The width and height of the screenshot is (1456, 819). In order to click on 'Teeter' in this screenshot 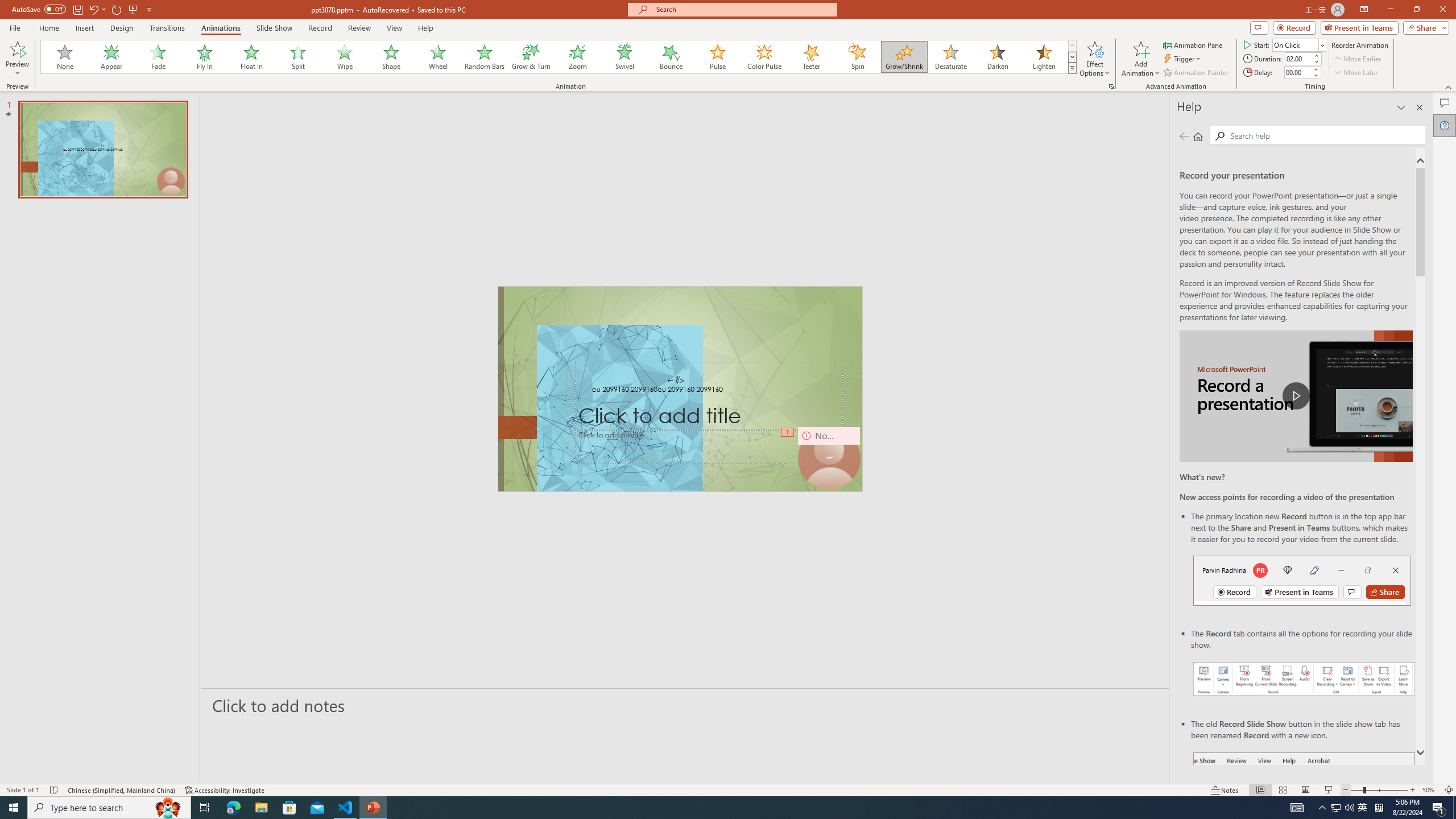, I will do `click(810, 56)`.